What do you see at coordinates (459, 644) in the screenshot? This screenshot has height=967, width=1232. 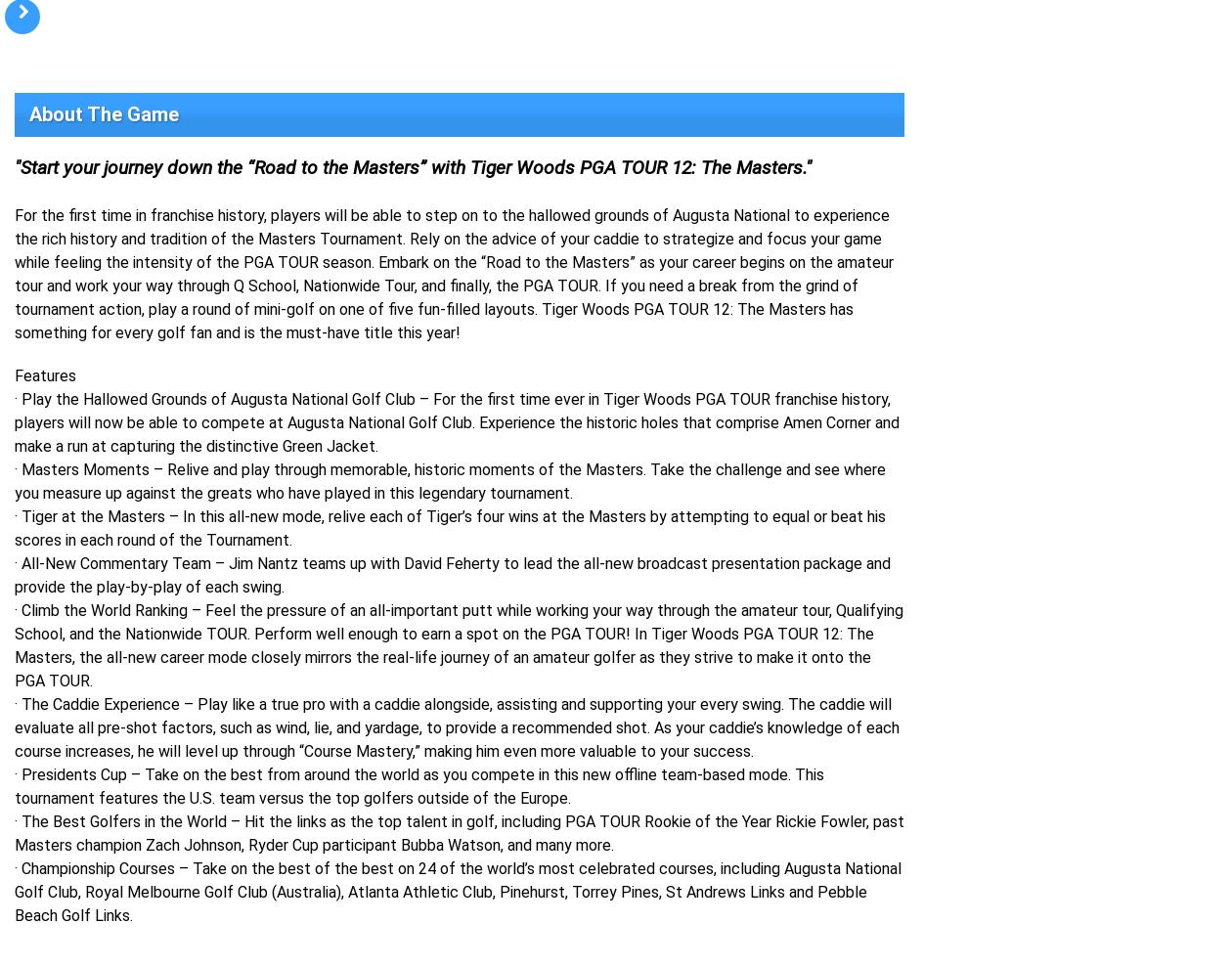 I see `'· Climb the World Ranking – Feel the pressure of an all-important putt while working your way through the amateur tour, Qualifying School, and the Nationwide TOUR. Perform well enough to earn a spot on the PGA TOUR! In Tiger Woods PGA TOUR 12: The Masters, the all-new career mode closely mirrors the real-life journey of an amateur golfer as they strive to make it onto the PGA TOUR.'` at bounding box center [459, 644].